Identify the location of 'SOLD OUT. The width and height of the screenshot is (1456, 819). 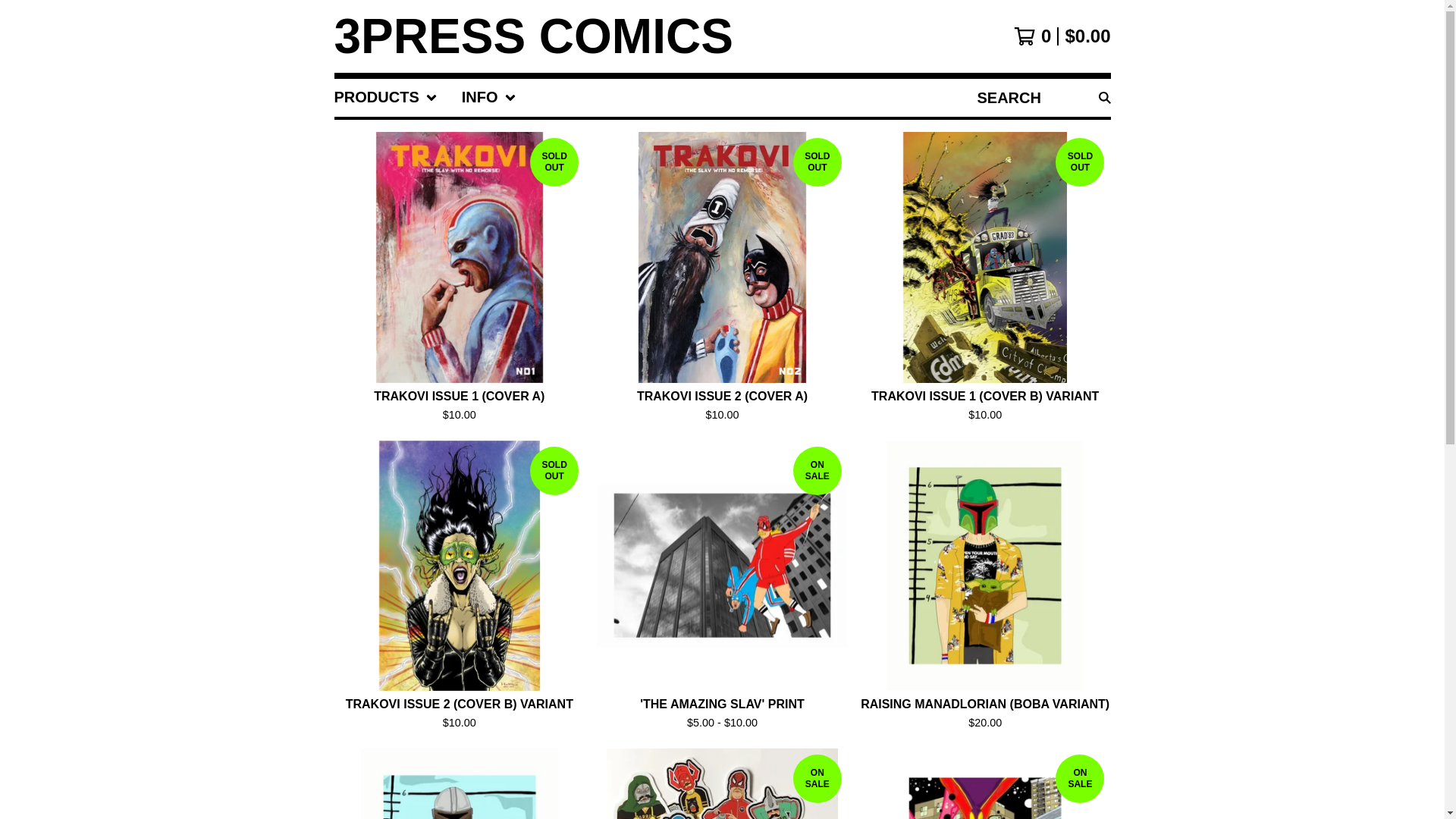
(458, 588).